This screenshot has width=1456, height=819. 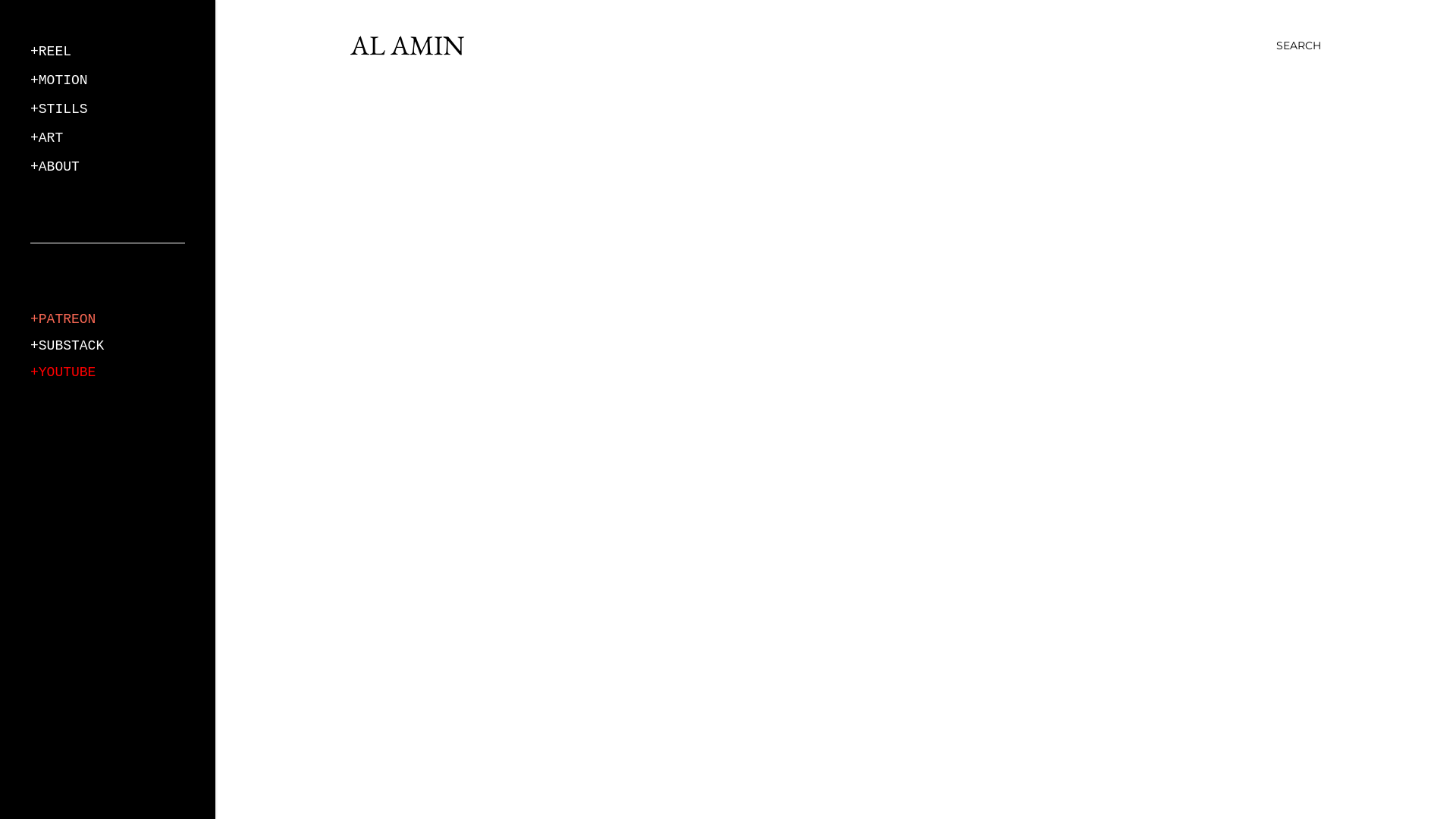 What do you see at coordinates (1276, 45) in the screenshot?
I see `'SEARCH'` at bounding box center [1276, 45].